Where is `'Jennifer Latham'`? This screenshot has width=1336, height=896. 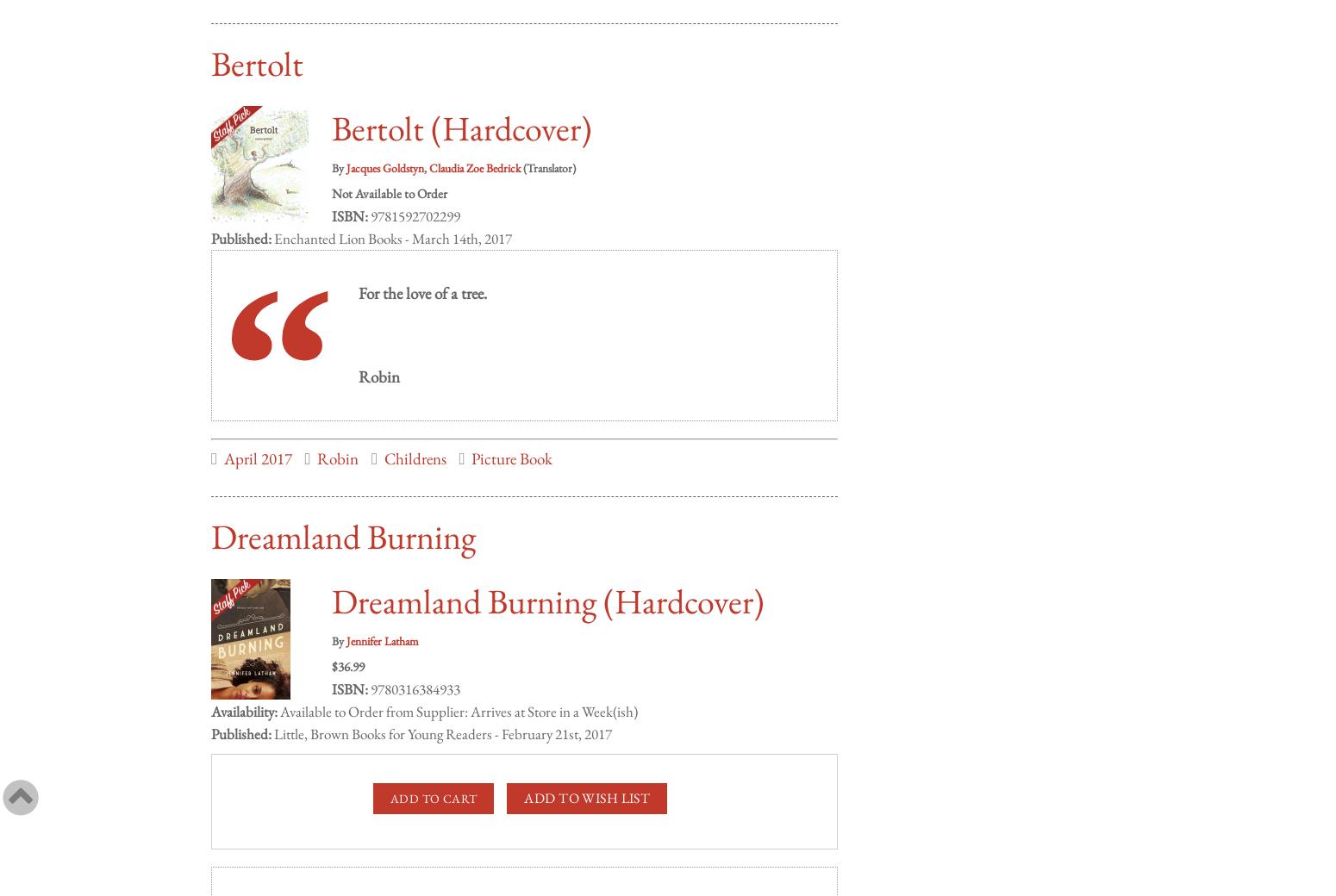 'Jennifer Latham' is located at coordinates (383, 624).